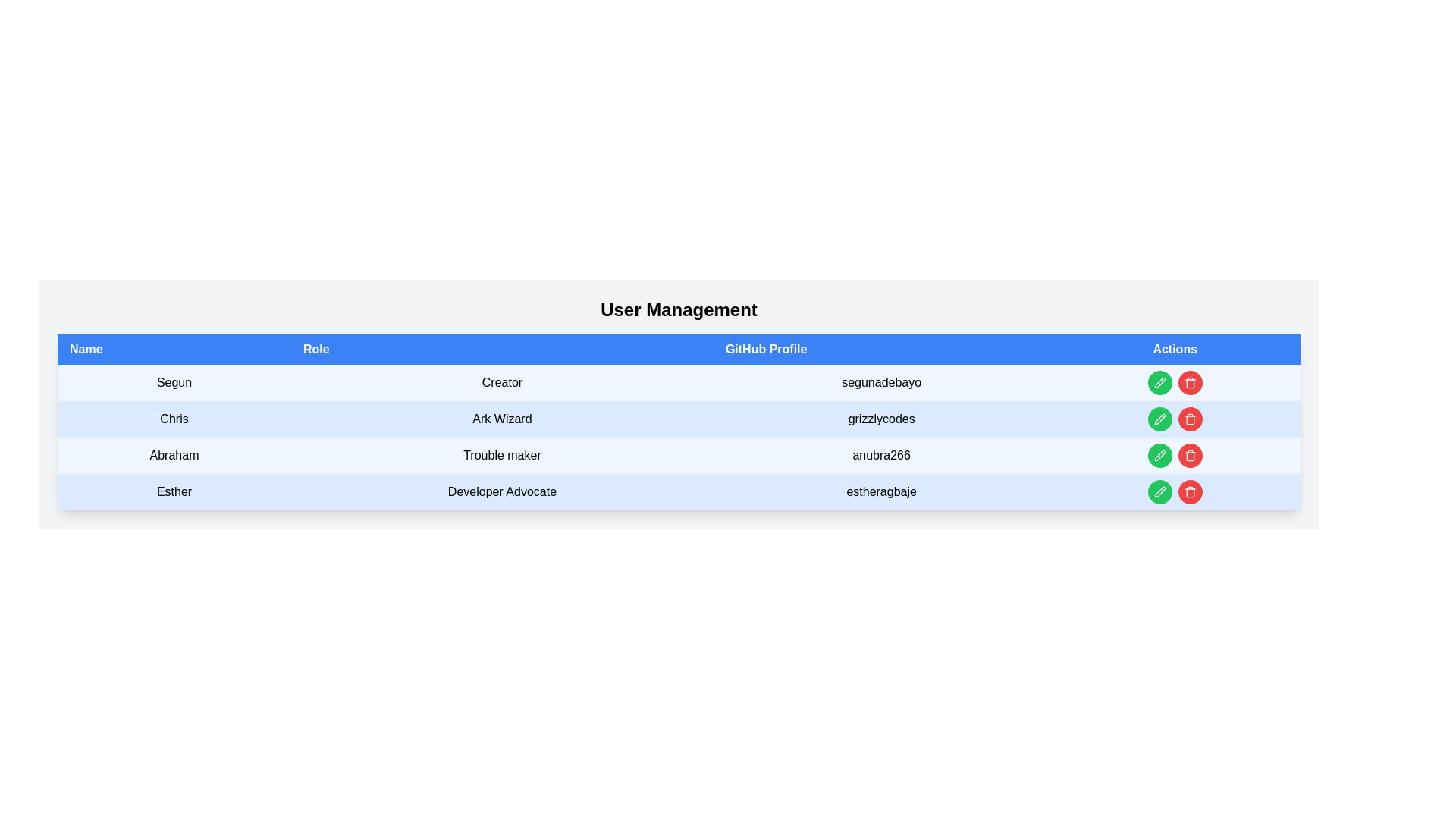  What do you see at coordinates (1159, 455) in the screenshot?
I see `the circular green button with a pencil icon in the 'Actions' section for user 'Abraham'` at bounding box center [1159, 455].